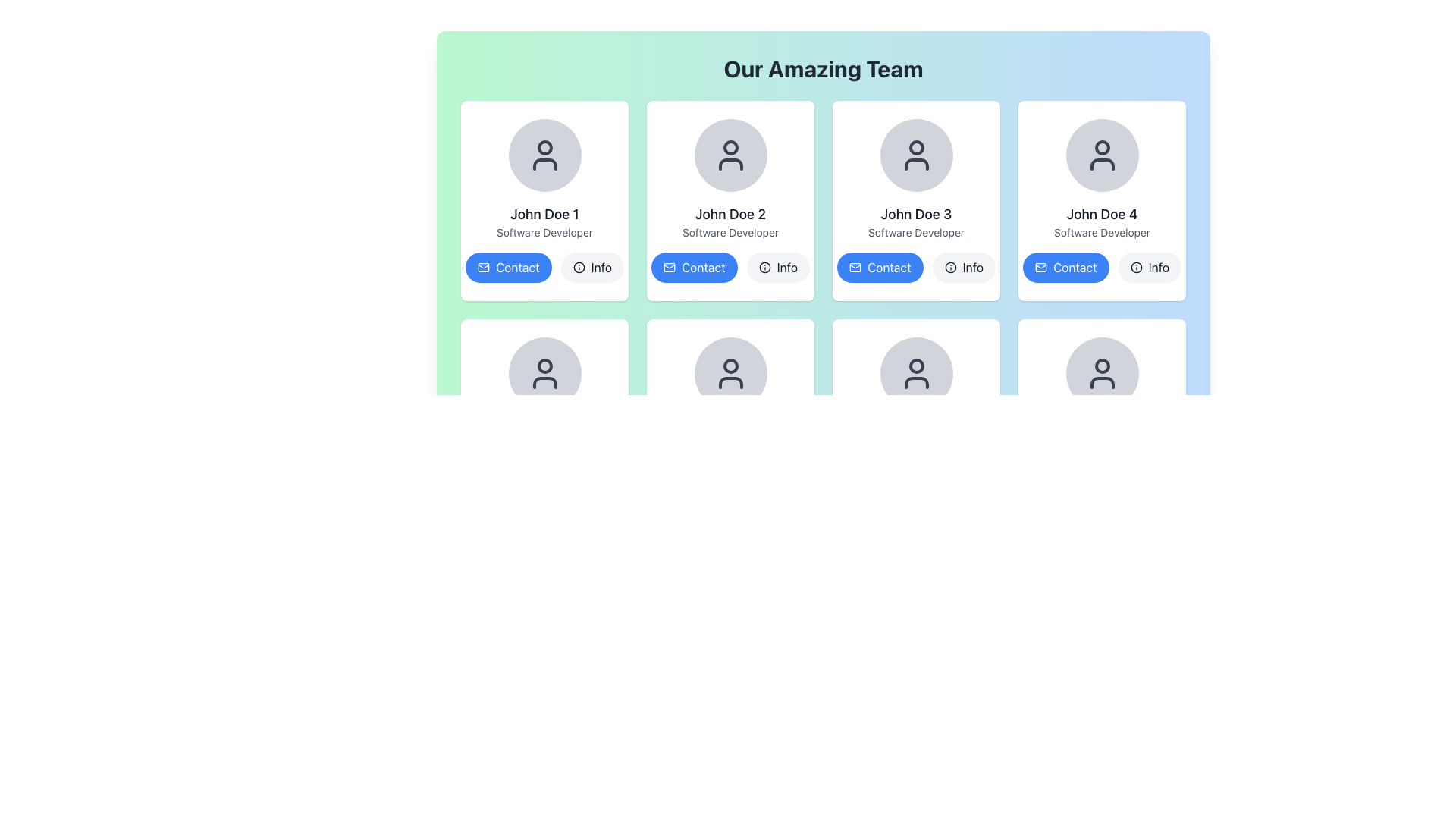 The width and height of the screenshot is (1456, 819). I want to click on the decorative graphical element of the user profile icon located in the fourth column of the team section, so click(730, 366).